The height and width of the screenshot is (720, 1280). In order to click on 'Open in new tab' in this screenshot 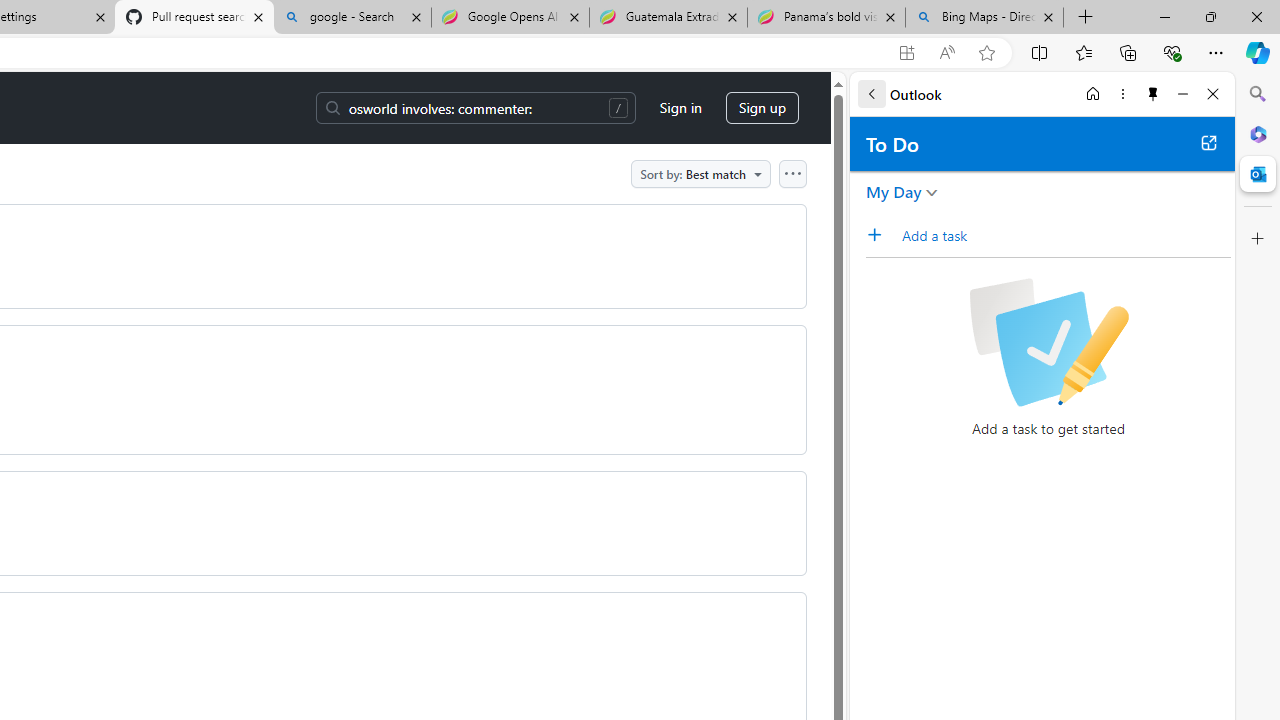, I will do `click(1207, 141)`.